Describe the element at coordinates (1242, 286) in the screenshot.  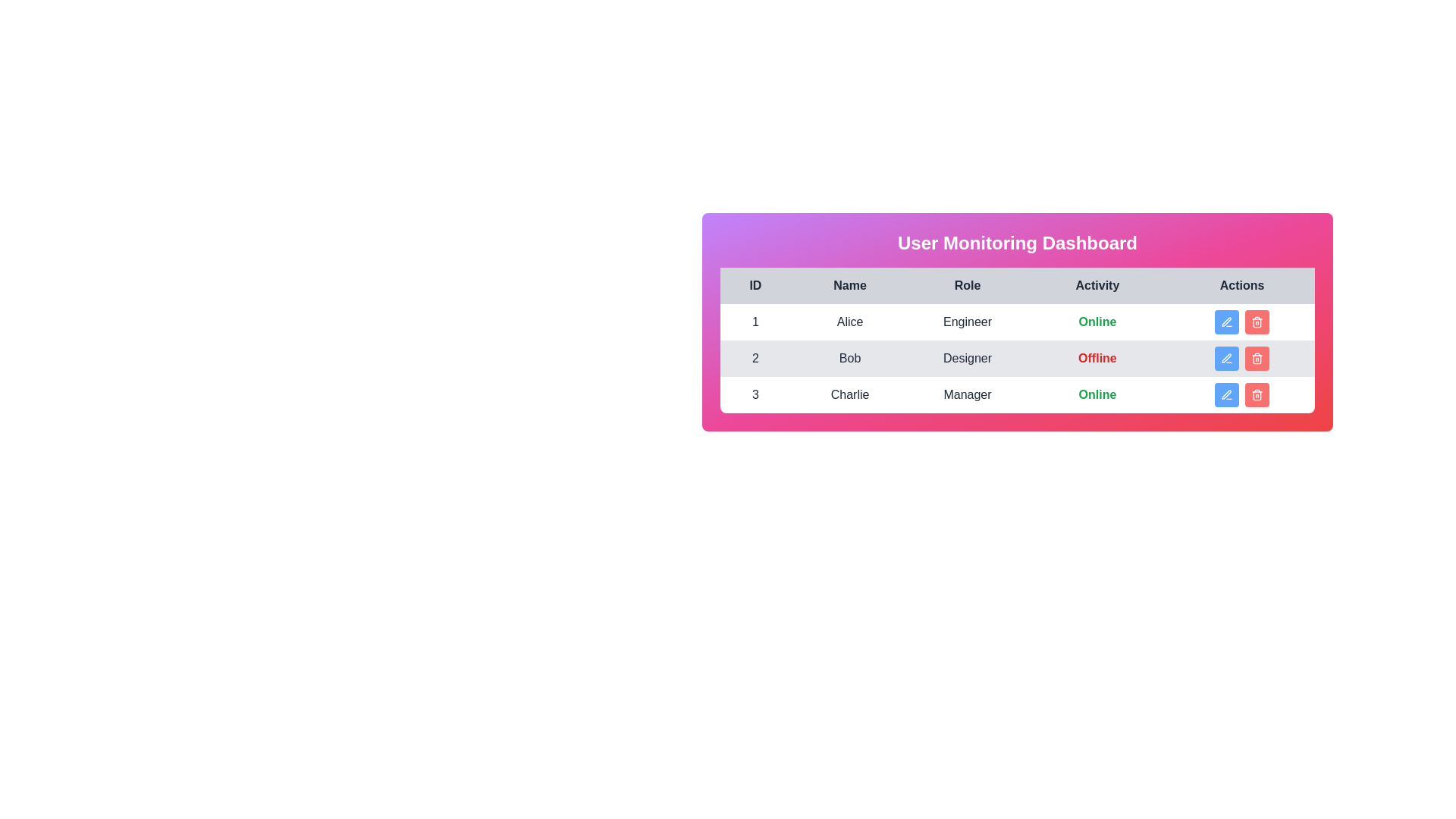
I see `the column header labeled 'Actions' to sort the table by that column` at that location.